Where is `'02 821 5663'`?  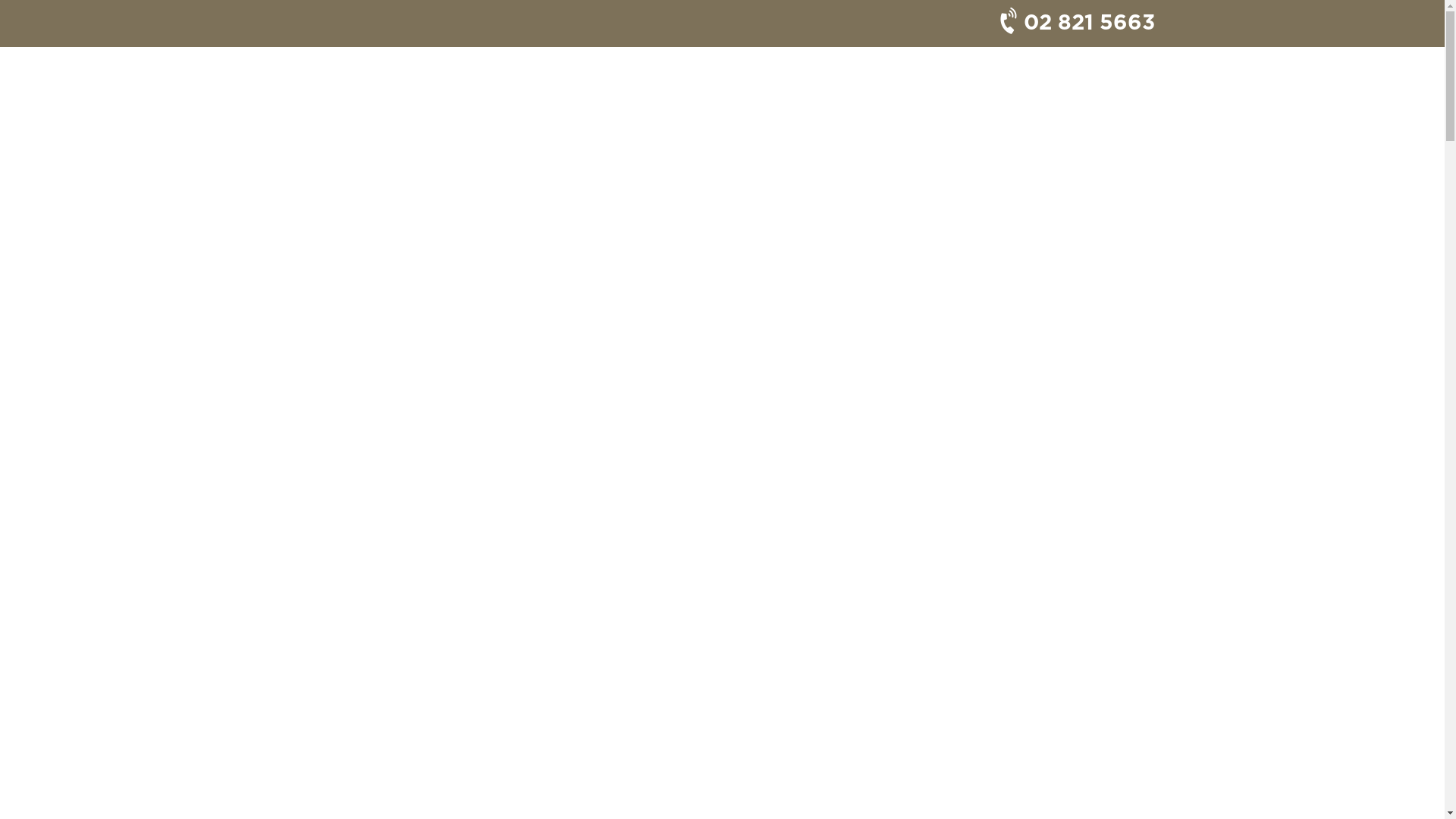 '02 821 5663' is located at coordinates (1070, 23).